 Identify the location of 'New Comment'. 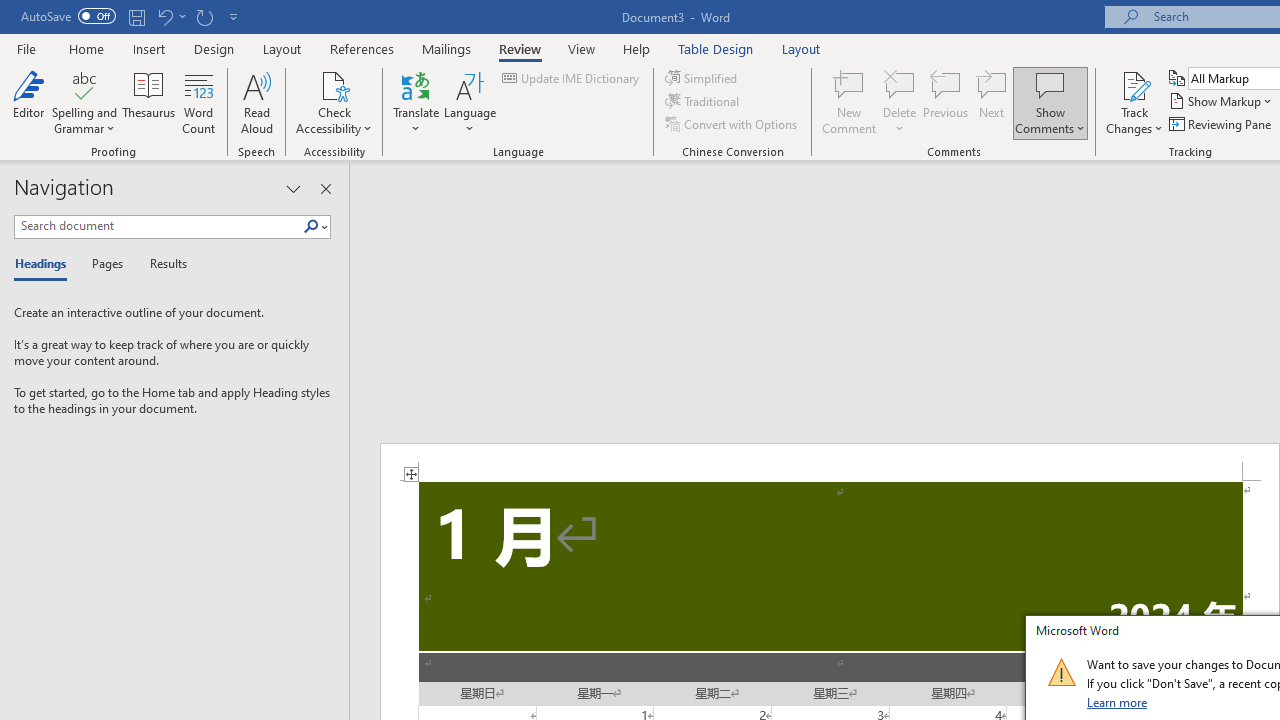
(849, 103).